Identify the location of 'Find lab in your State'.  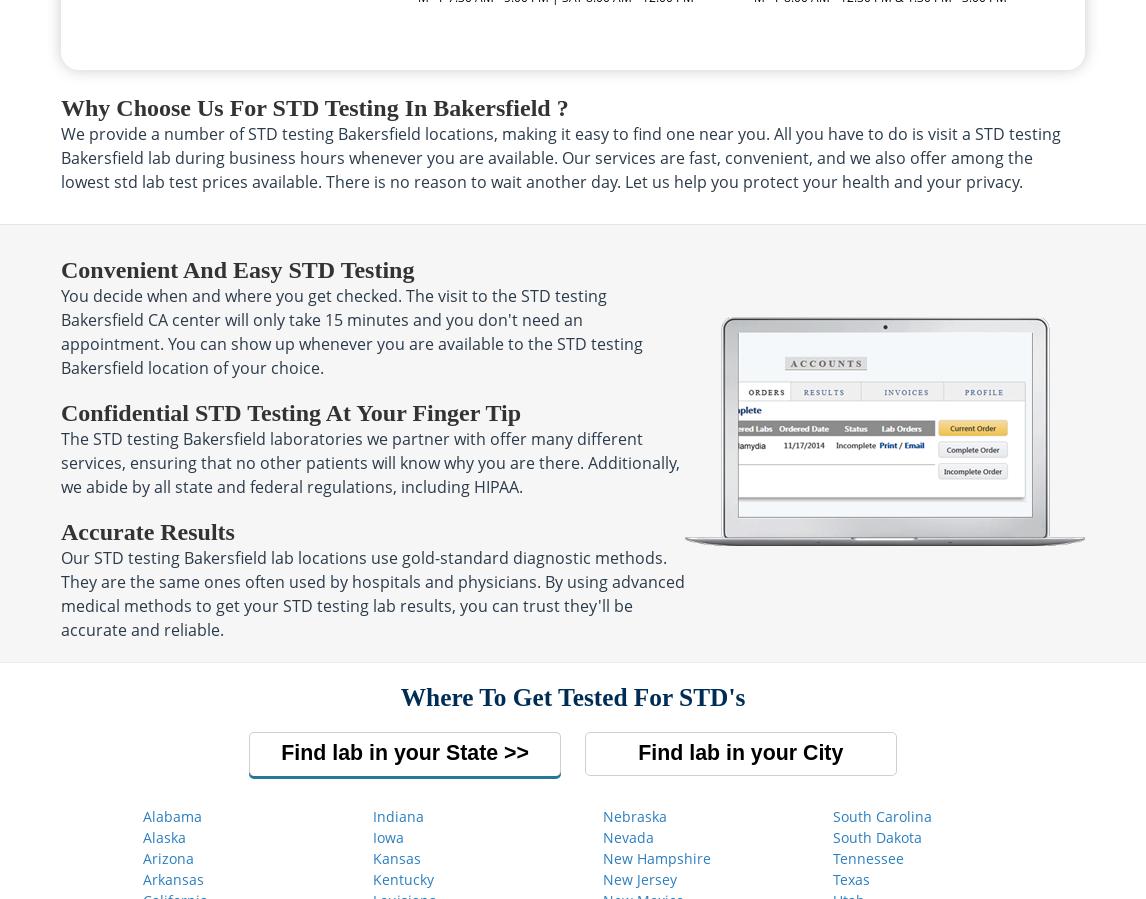
(391, 752).